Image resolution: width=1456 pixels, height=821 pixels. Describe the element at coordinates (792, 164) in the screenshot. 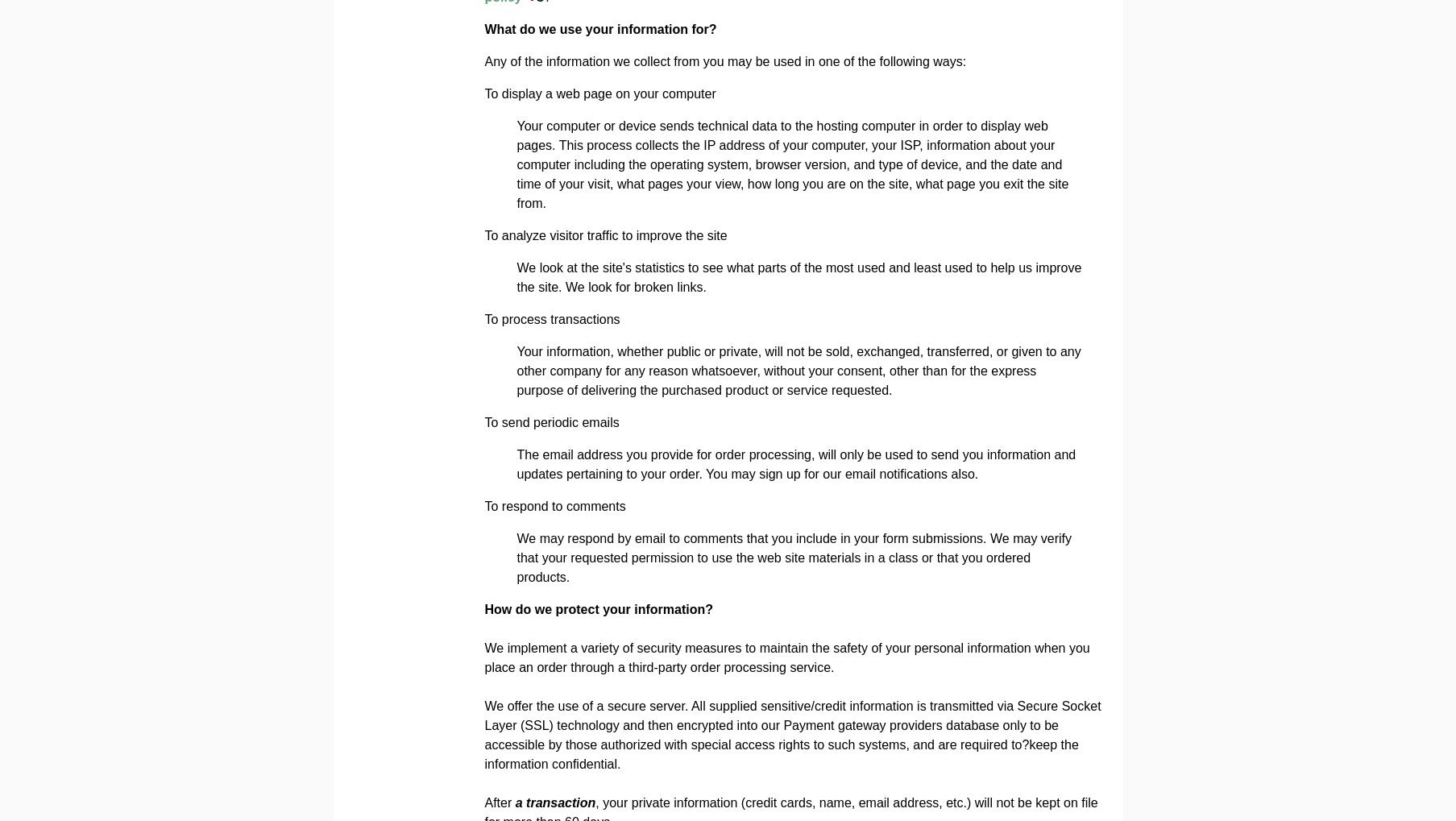

I see `'Your computer or device sends technical data to the hosting computer in order to display web pages. This process collects the IP address of your computer, your ISP, information about your computer including the operating system, browser version, and type of device, and the date and time of your visit,  what pages your view, how long you are on the site, what page you exit the site from.'` at that location.